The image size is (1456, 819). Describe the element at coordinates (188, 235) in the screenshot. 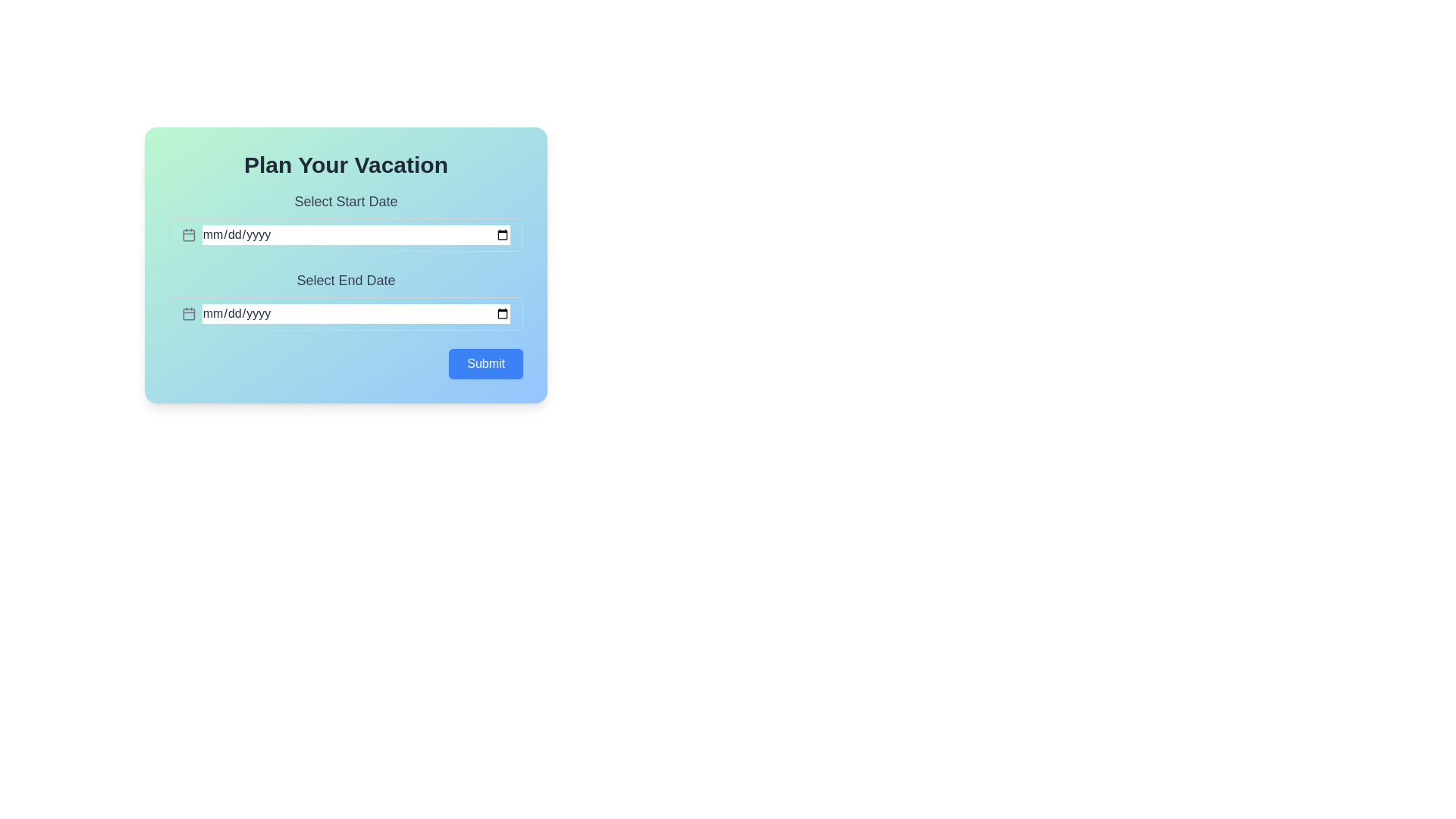

I see `the inner rounded rectangle of the first calendar icon, which is located before the 'Select Start Date' text input field` at that location.